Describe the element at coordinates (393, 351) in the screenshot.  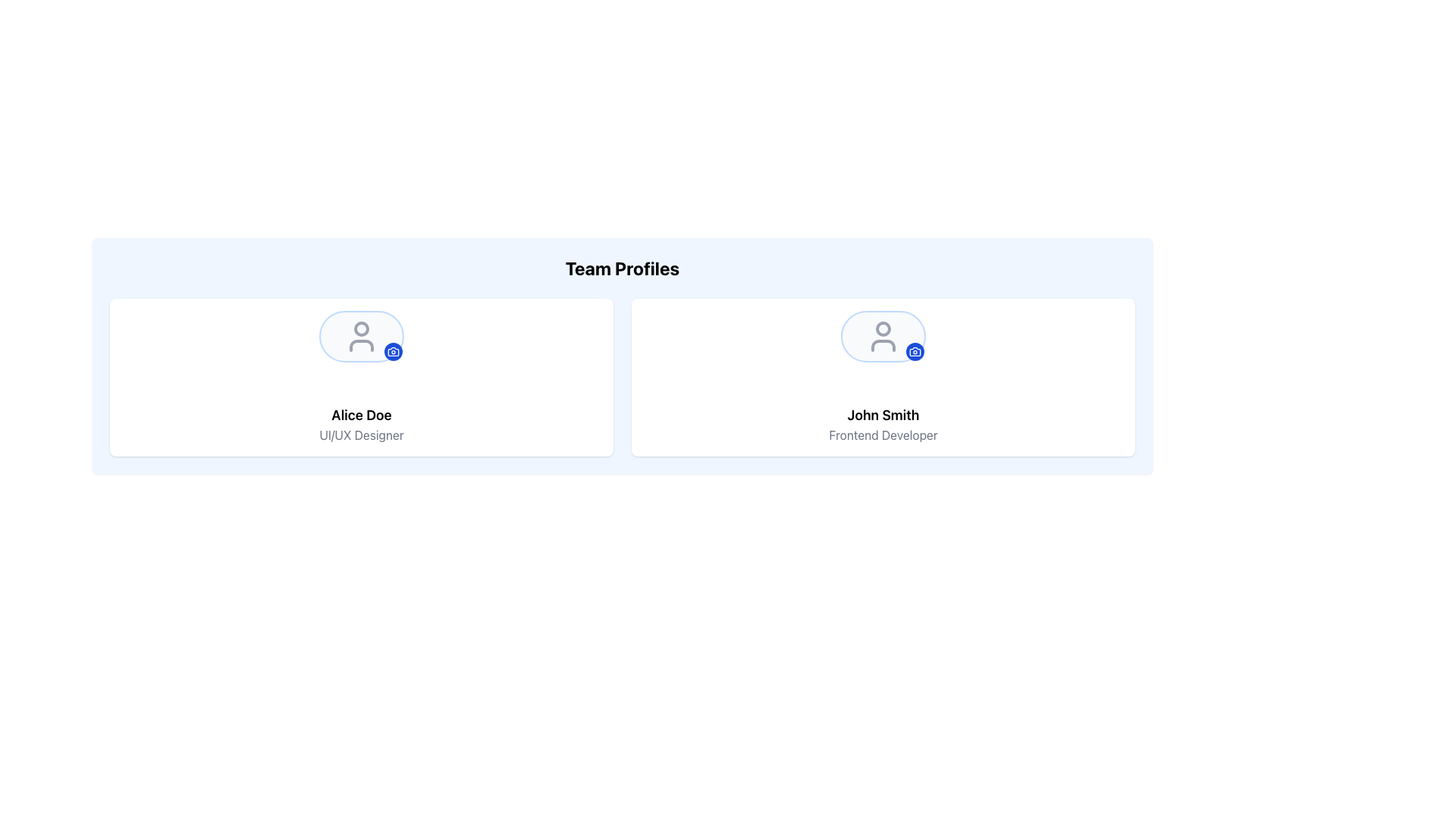
I see `the small circular blue button with a white camera icon located at the bottom-right corner of Alice Doe's profile card` at that location.